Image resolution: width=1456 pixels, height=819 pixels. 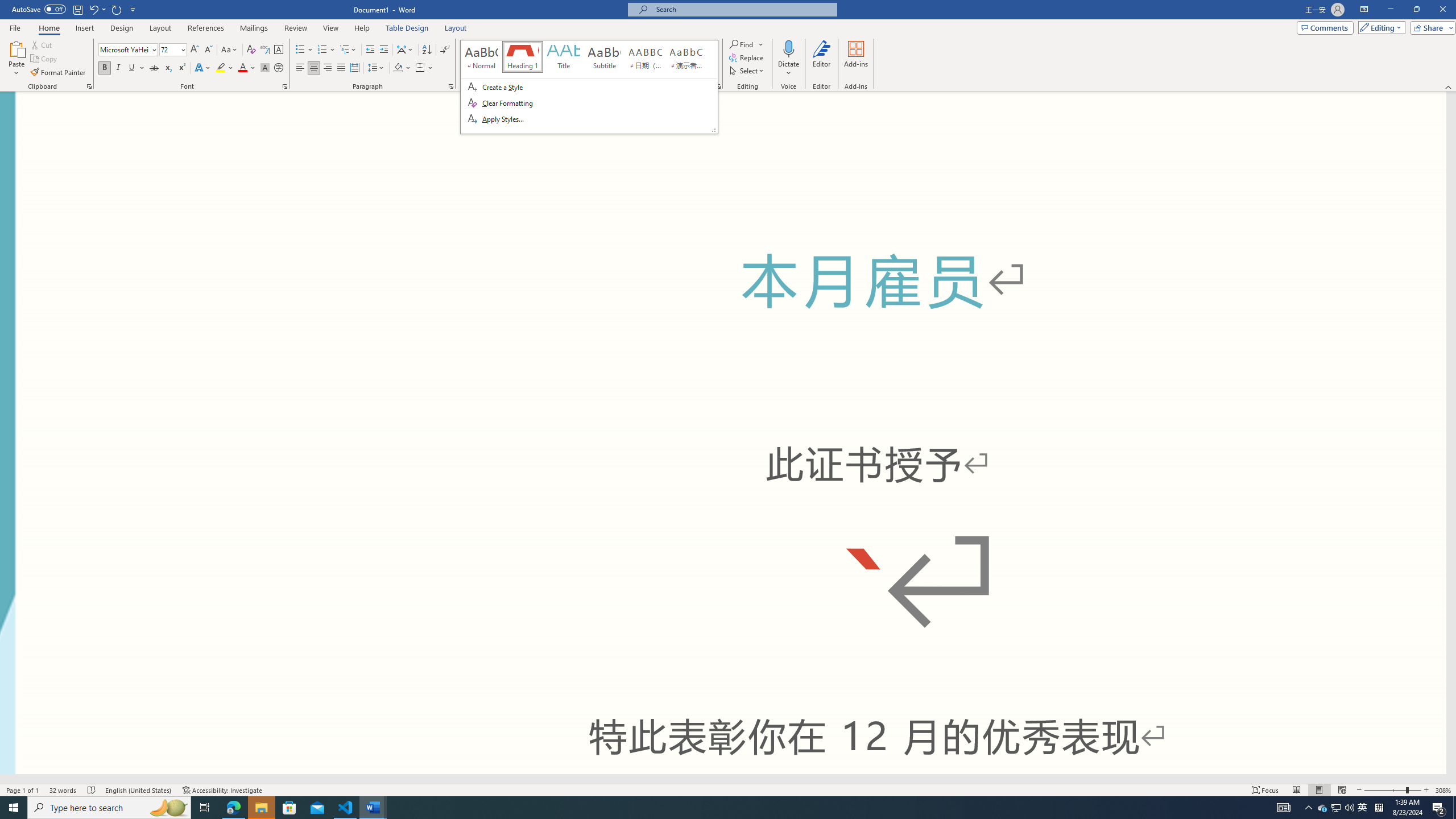 What do you see at coordinates (167, 67) in the screenshot?
I see `'Subscript'` at bounding box center [167, 67].